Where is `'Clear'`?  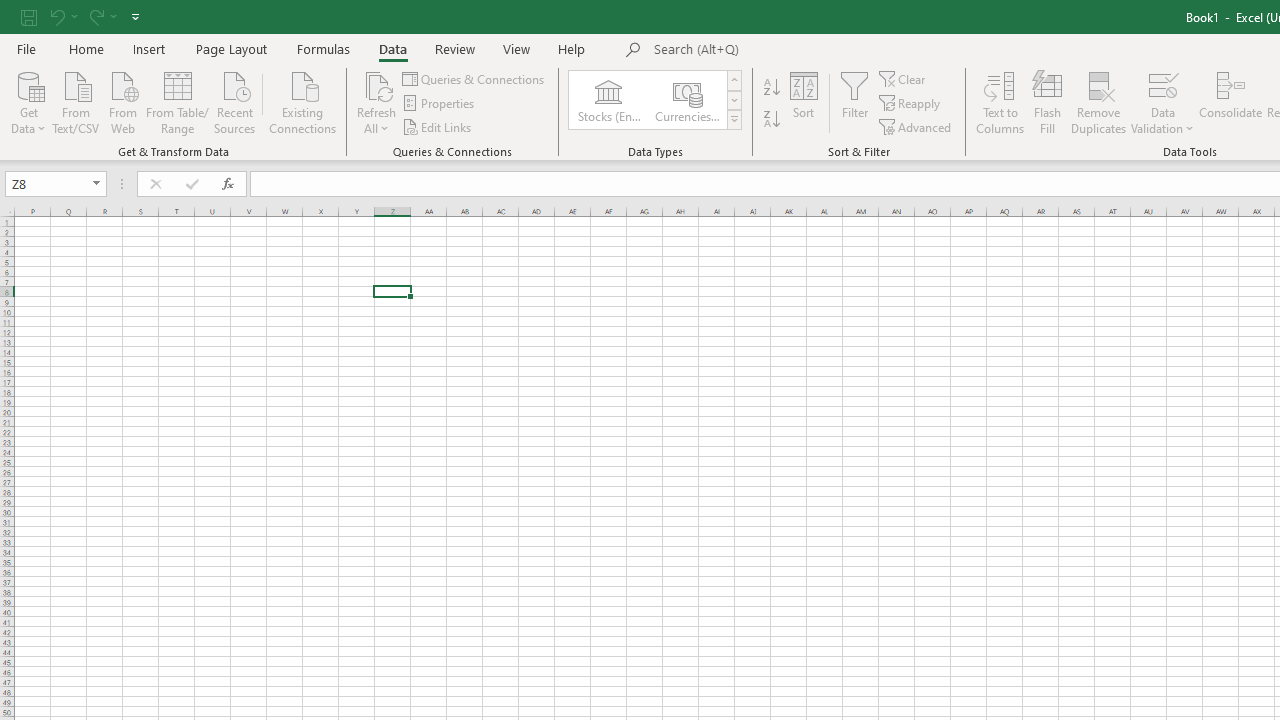 'Clear' is located at coordinates (902, 78).